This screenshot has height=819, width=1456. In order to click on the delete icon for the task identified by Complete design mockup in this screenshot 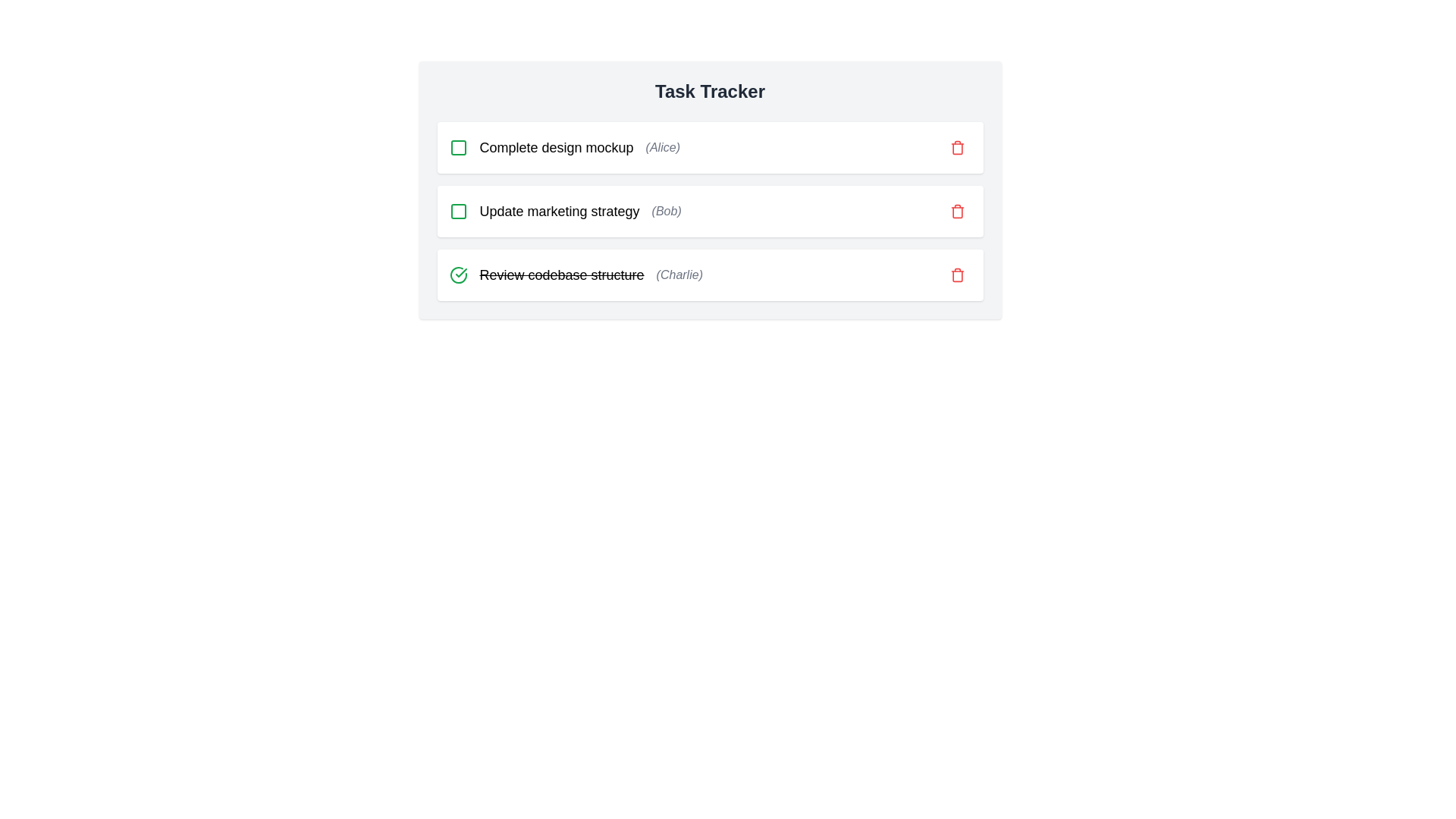, I will do `click(956, 148)`.